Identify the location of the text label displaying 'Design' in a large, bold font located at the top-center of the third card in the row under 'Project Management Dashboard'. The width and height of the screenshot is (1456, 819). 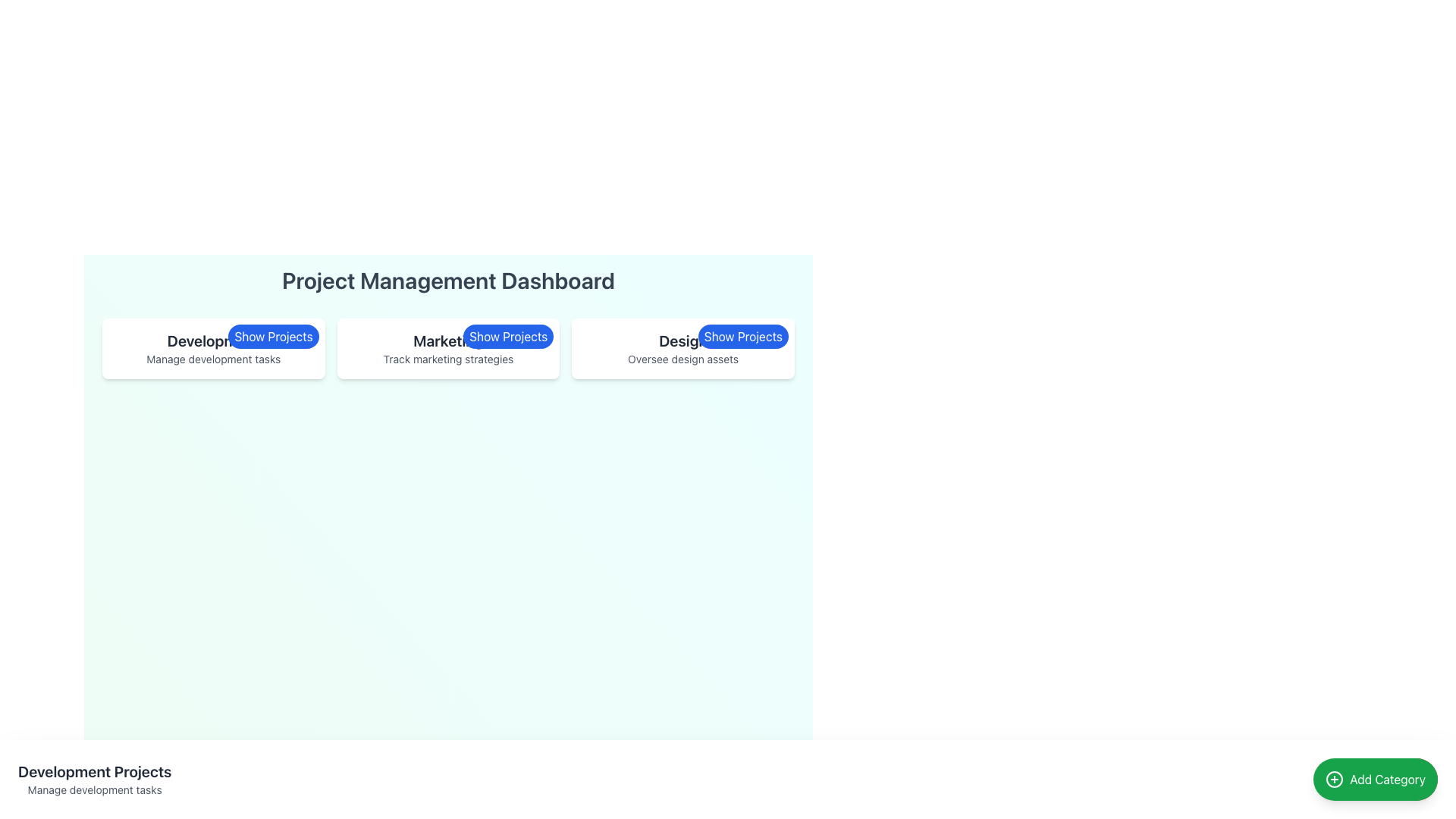
(682, 341).